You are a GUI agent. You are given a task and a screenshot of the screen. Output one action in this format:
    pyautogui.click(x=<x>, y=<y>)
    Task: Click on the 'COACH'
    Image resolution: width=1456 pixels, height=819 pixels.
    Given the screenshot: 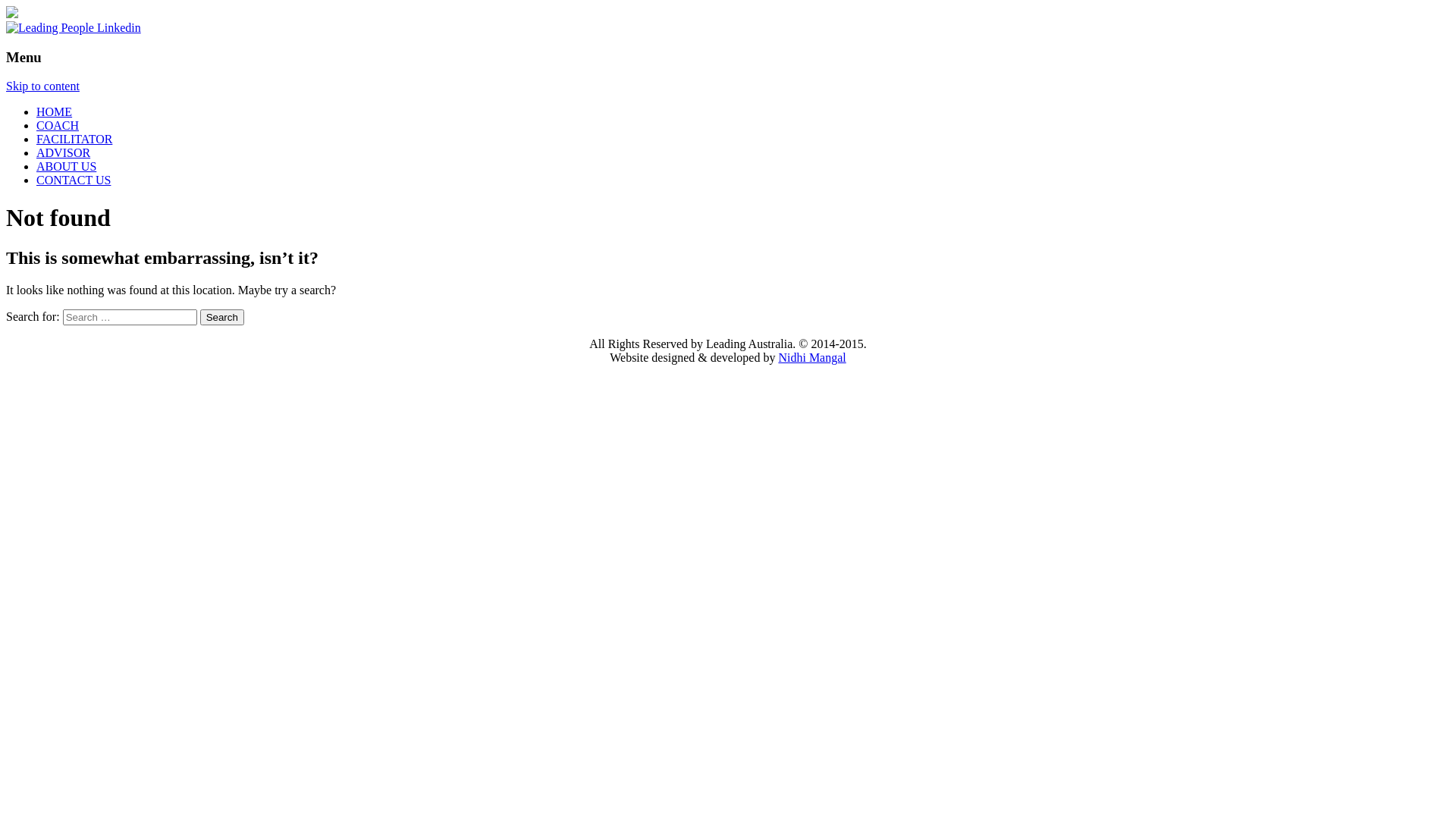 What is the action you would take?
    pyautogui.click(x=58, y=124)
    